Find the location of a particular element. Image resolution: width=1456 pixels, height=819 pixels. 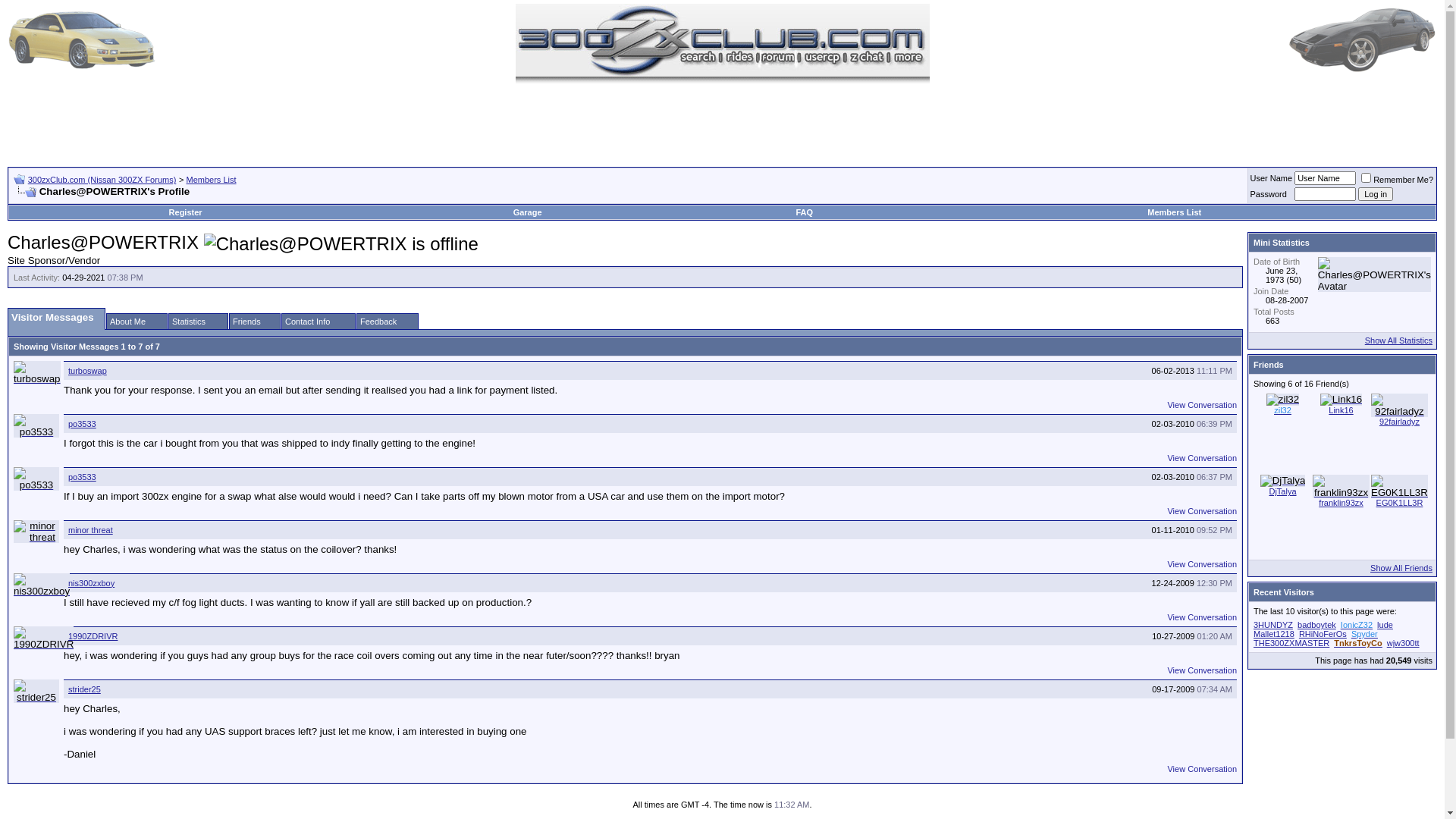

'300zxClub.com (Nissan 300ZX Forums)' is located at coordinates (101, 178).